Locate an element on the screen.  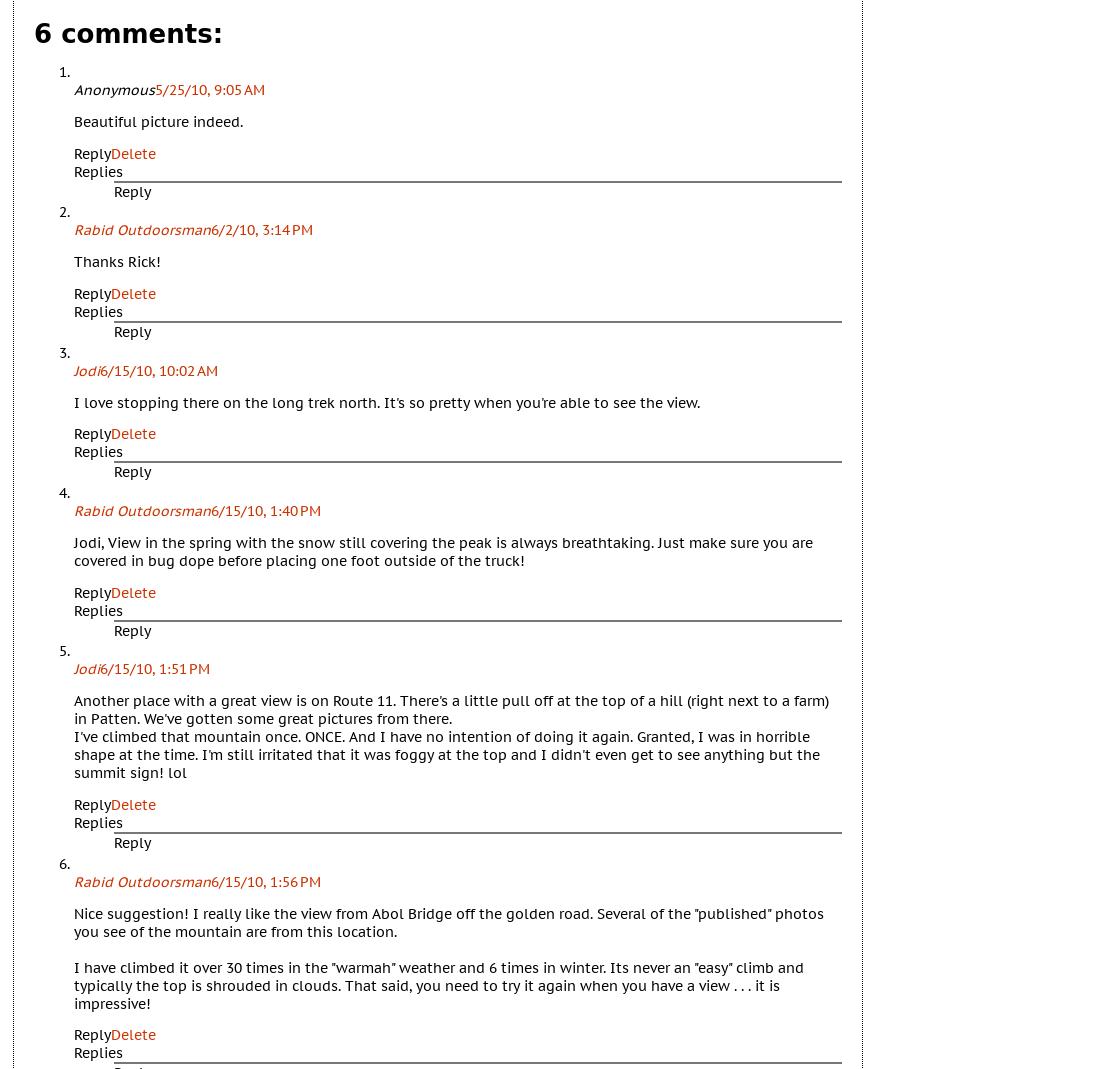
'6/15/10, 1:51 PM' is located at coordinates (155, 667).